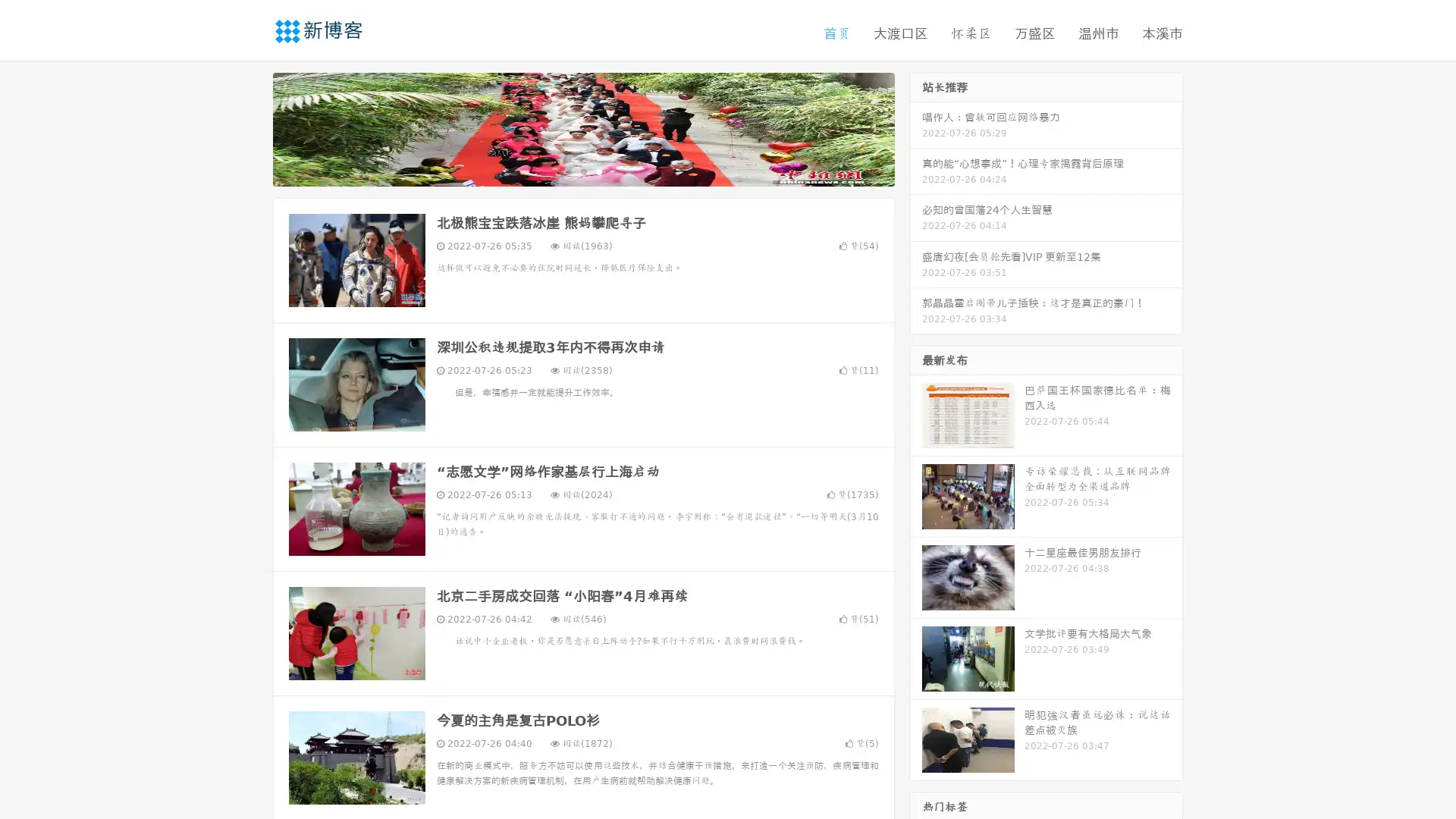 The image size is (1456, 819). Describe the element at coordinates (598, 171) in the screenshot. I see `Go to slide 3` at that location.